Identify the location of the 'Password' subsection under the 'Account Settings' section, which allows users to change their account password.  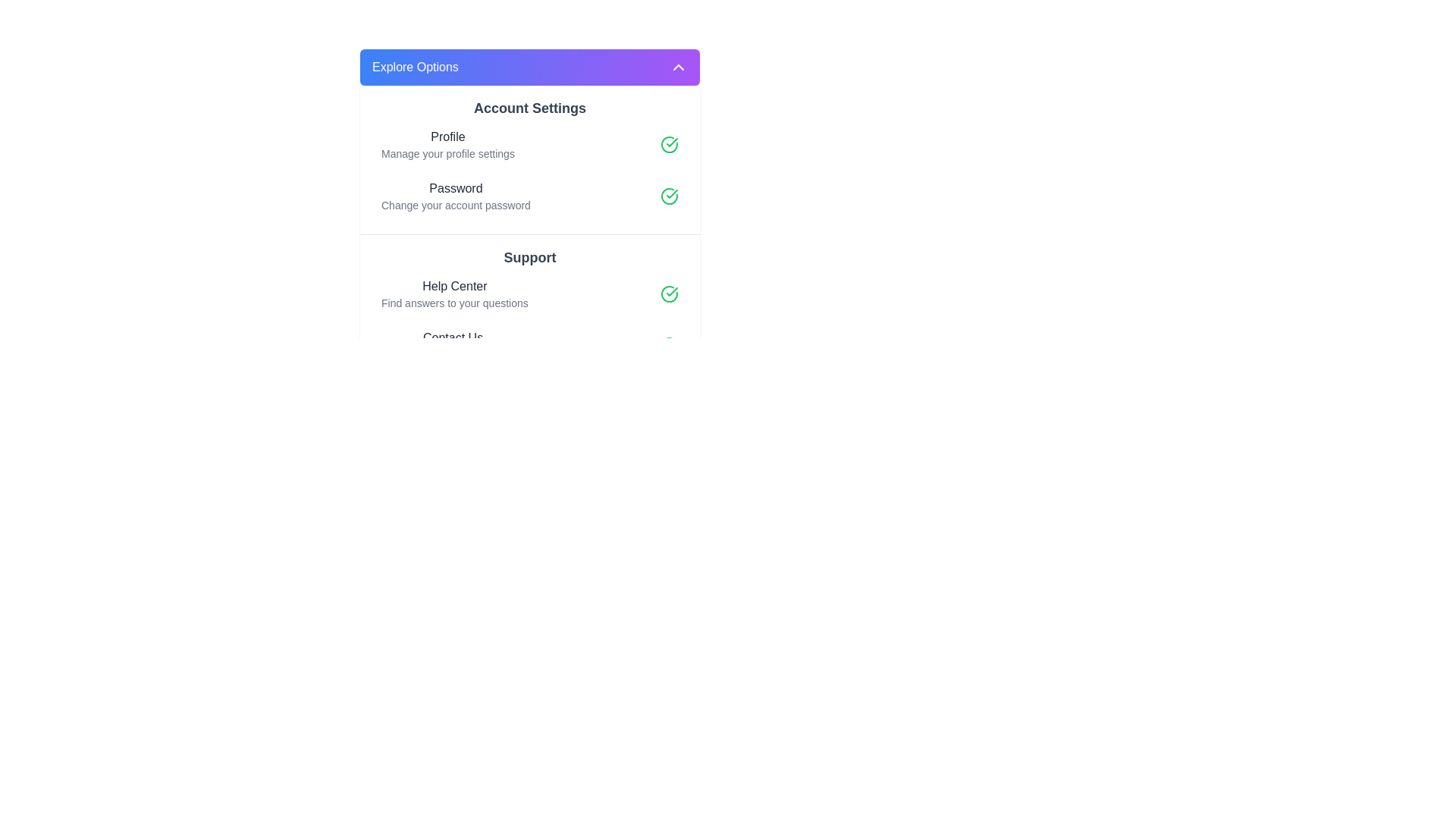
(530, 216).